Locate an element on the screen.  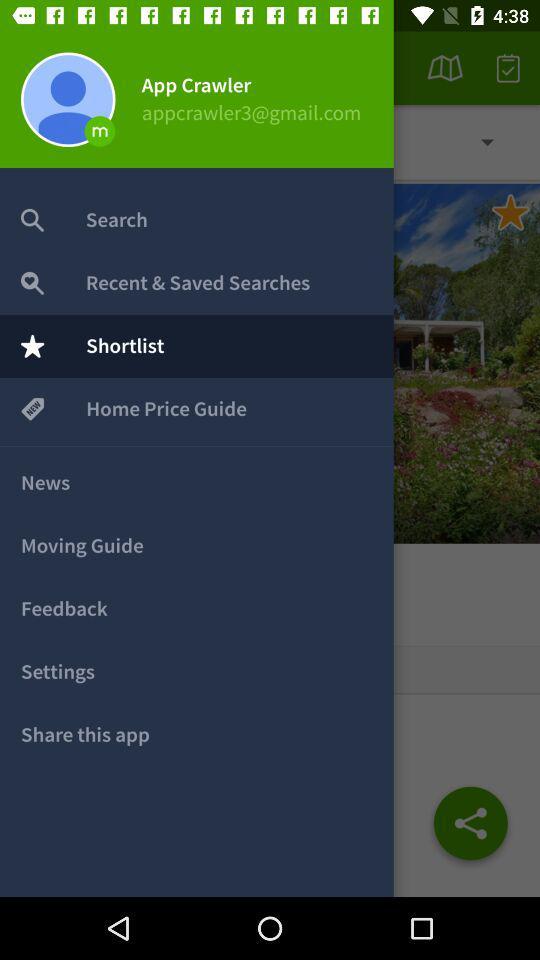
the share icon is located at coordinates (470, 827).